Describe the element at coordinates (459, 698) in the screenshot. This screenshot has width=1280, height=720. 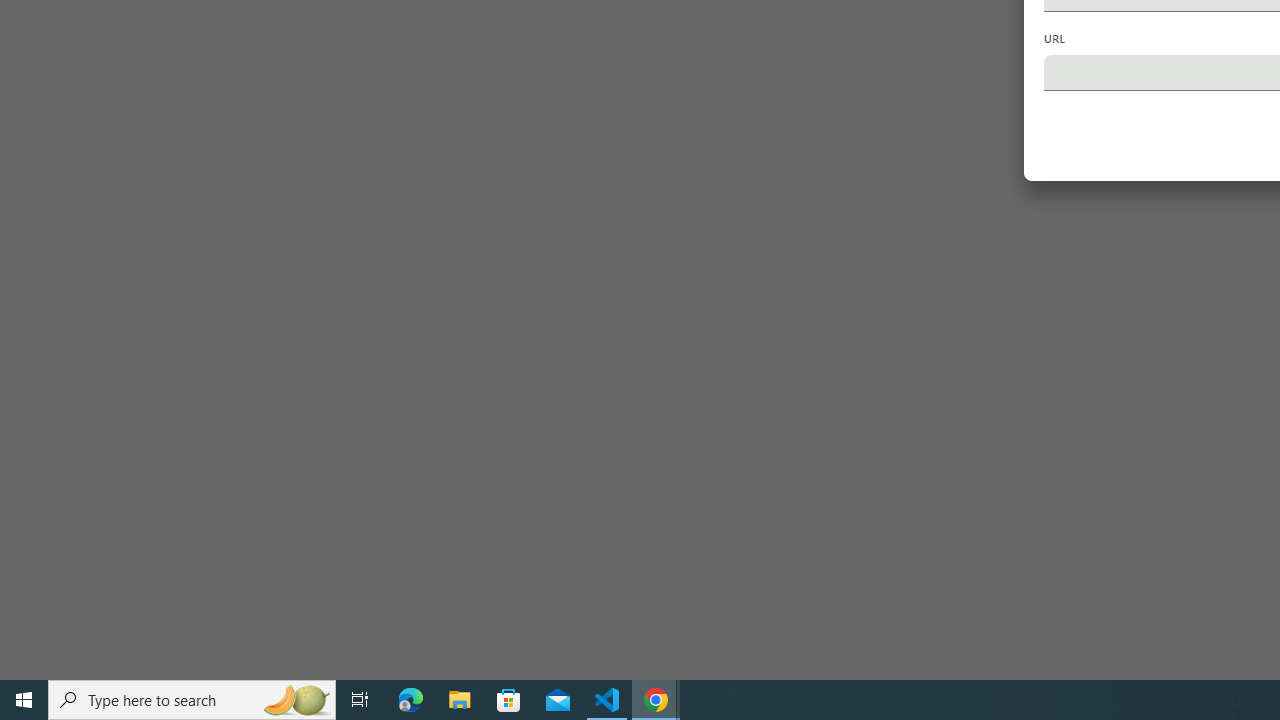
I see `'File Explorer'` at that location.